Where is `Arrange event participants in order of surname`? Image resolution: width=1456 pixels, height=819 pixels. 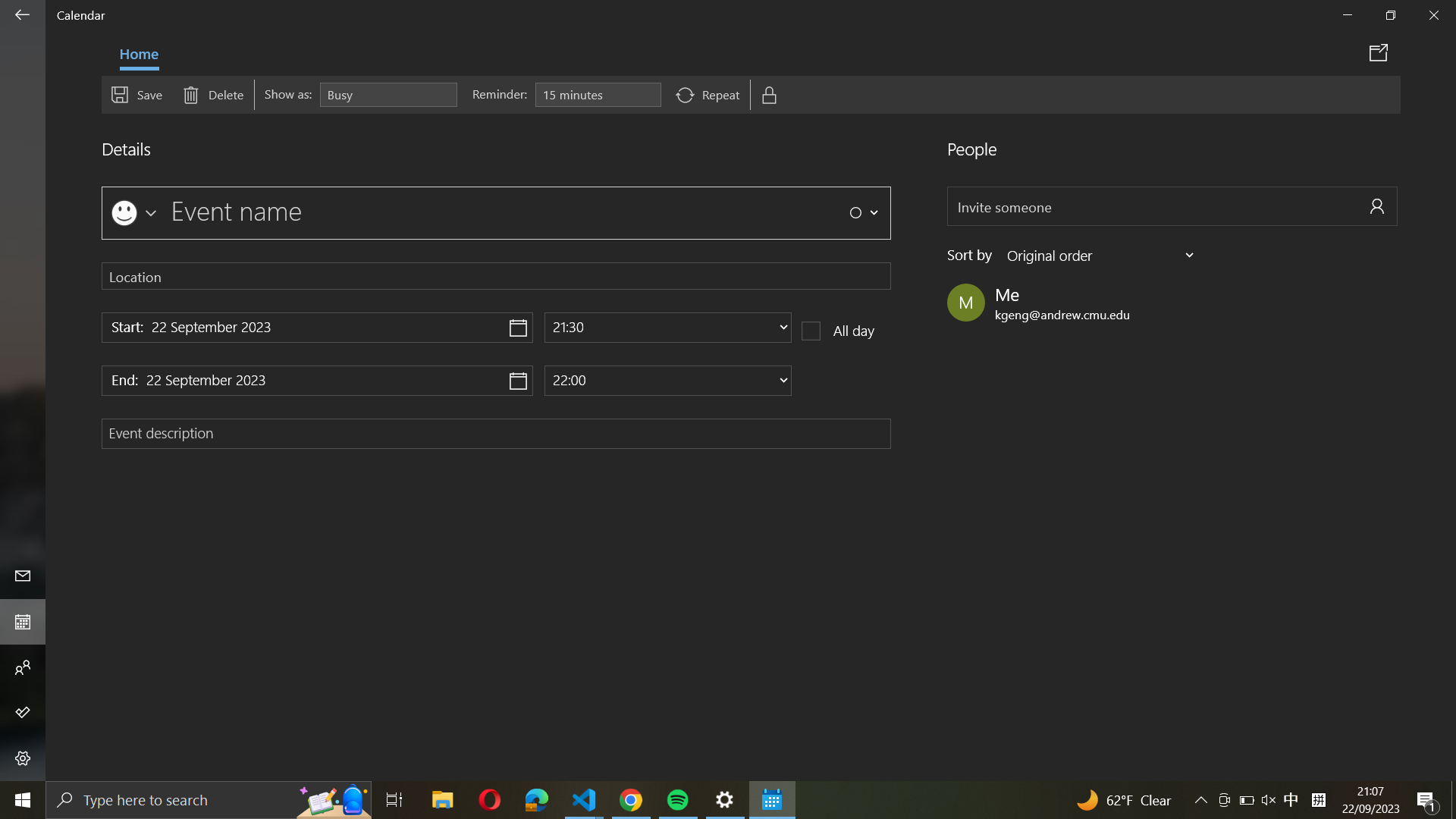 Arrange event participants in order of surname is located at coordinates (1102, 254).